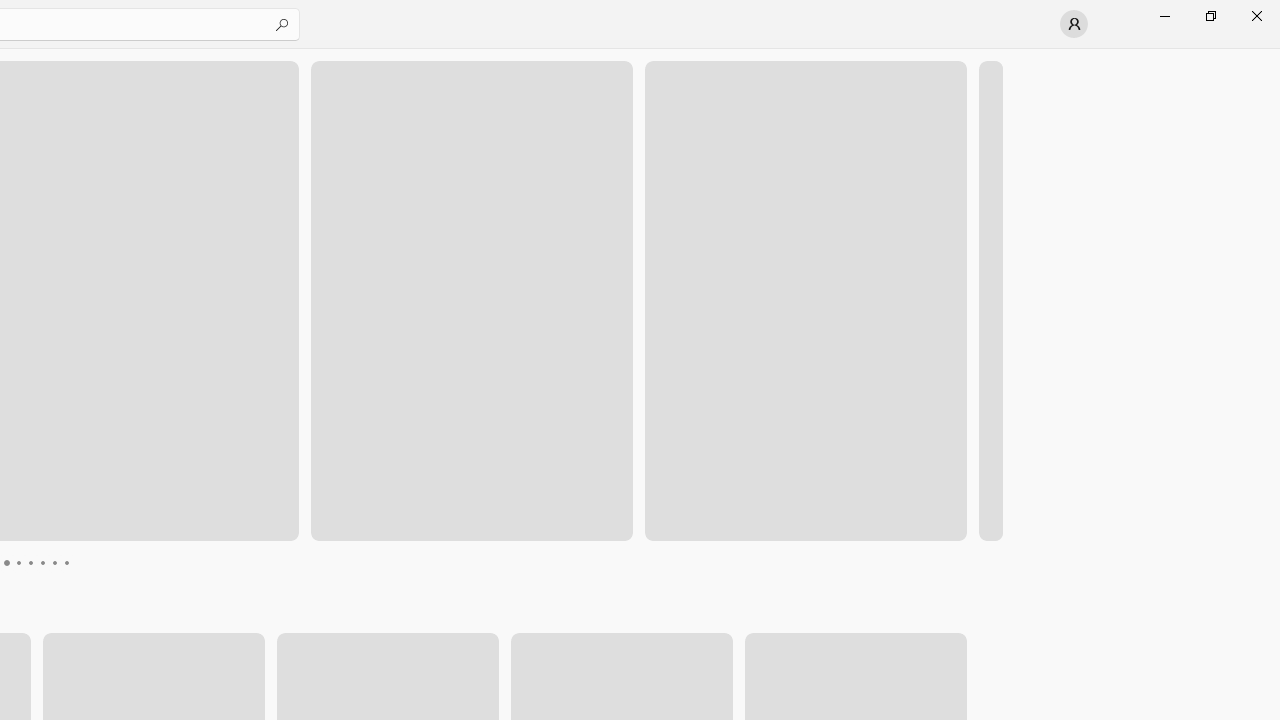 The image size is (1280, 720). I want to click on 'Minimize Microsoft Store', so click(1164, 15).